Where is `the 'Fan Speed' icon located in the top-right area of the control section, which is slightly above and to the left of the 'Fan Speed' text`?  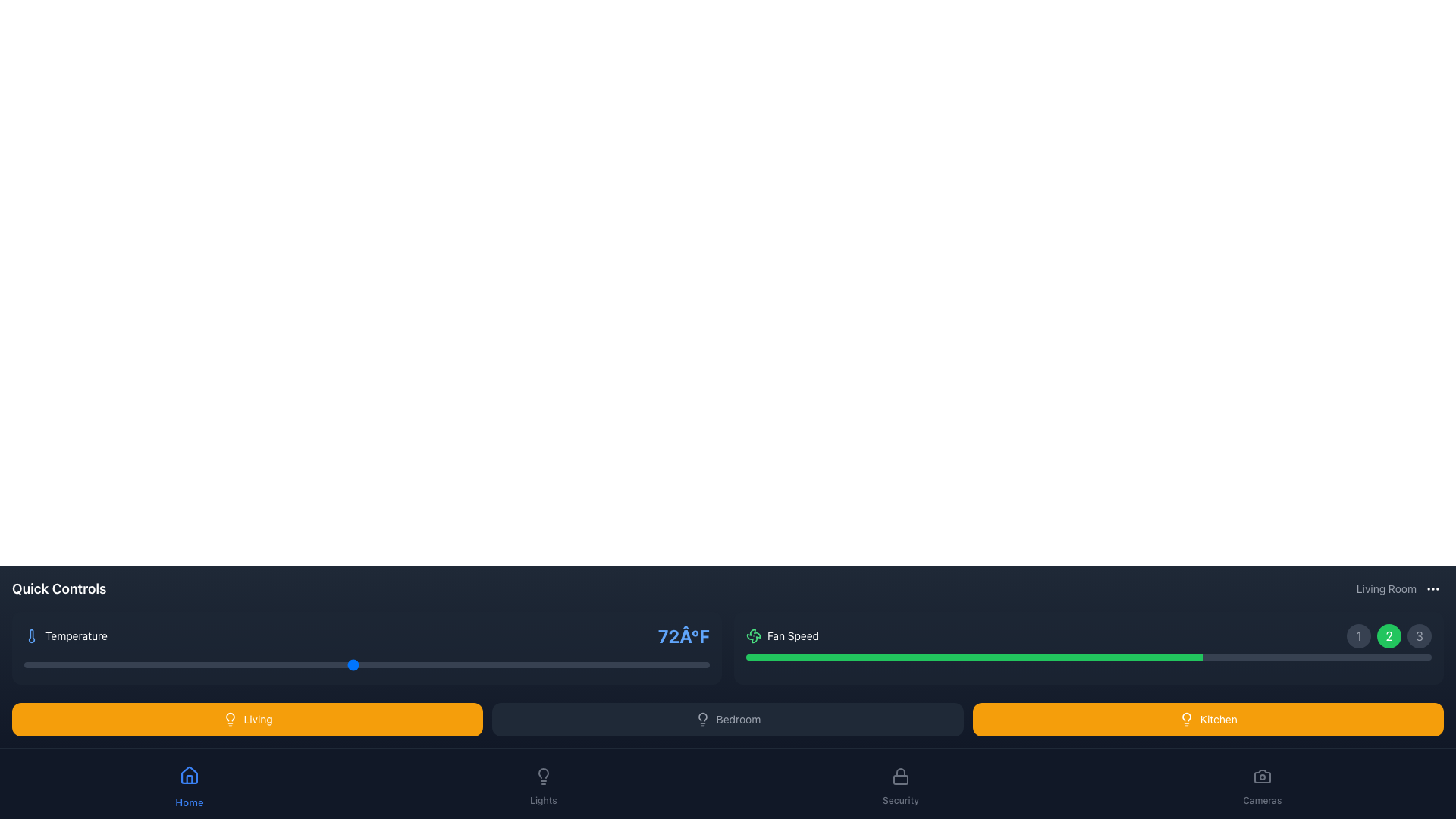
the 'Fan Speed' icon located in the top-right area of the control section, which is slightly above and to the left of the 'Fan Speed' text is located at coordinates (753, 636).